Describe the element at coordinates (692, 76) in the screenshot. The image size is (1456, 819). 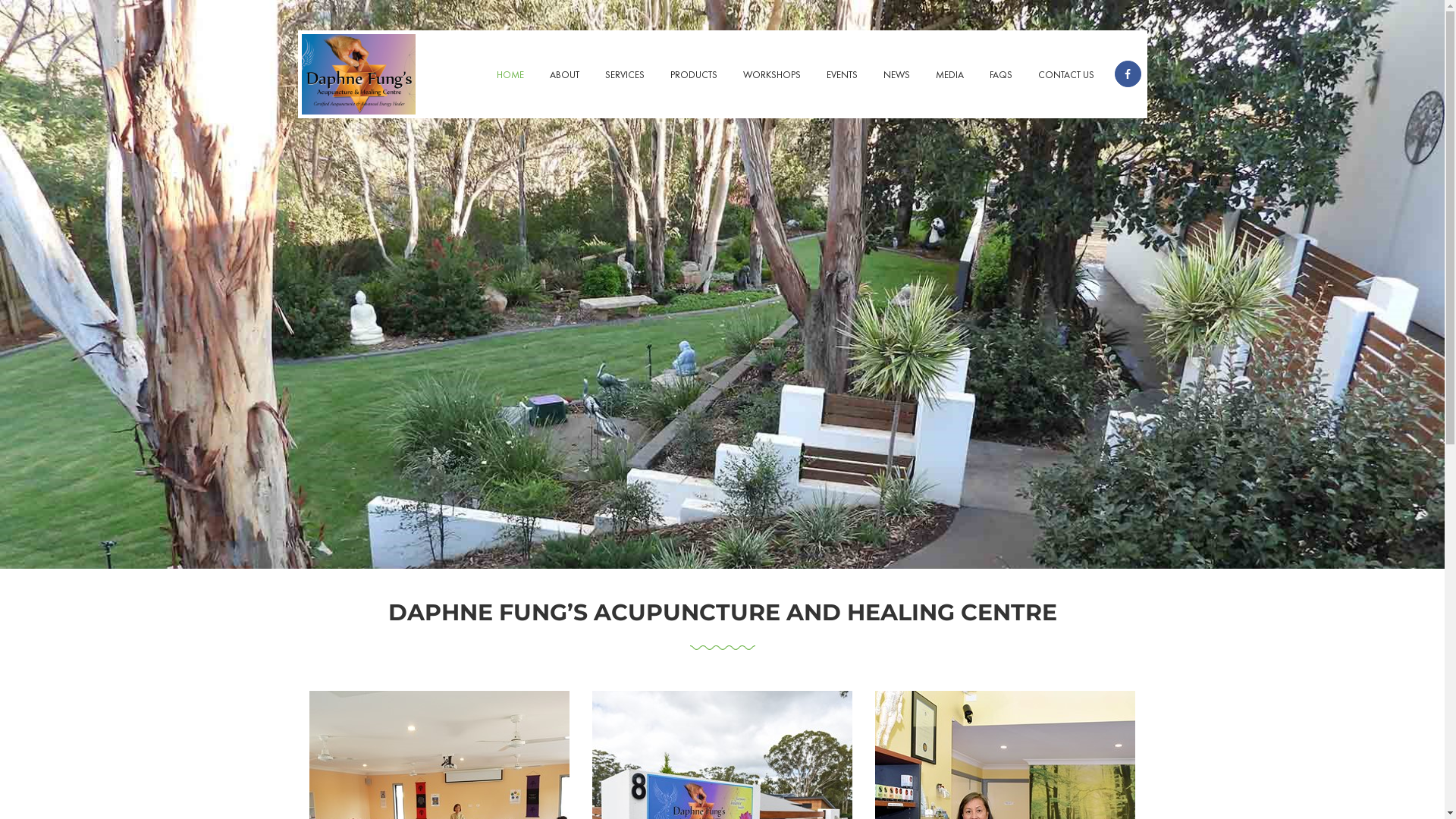
I see `'PRODUCTS'` at that location.